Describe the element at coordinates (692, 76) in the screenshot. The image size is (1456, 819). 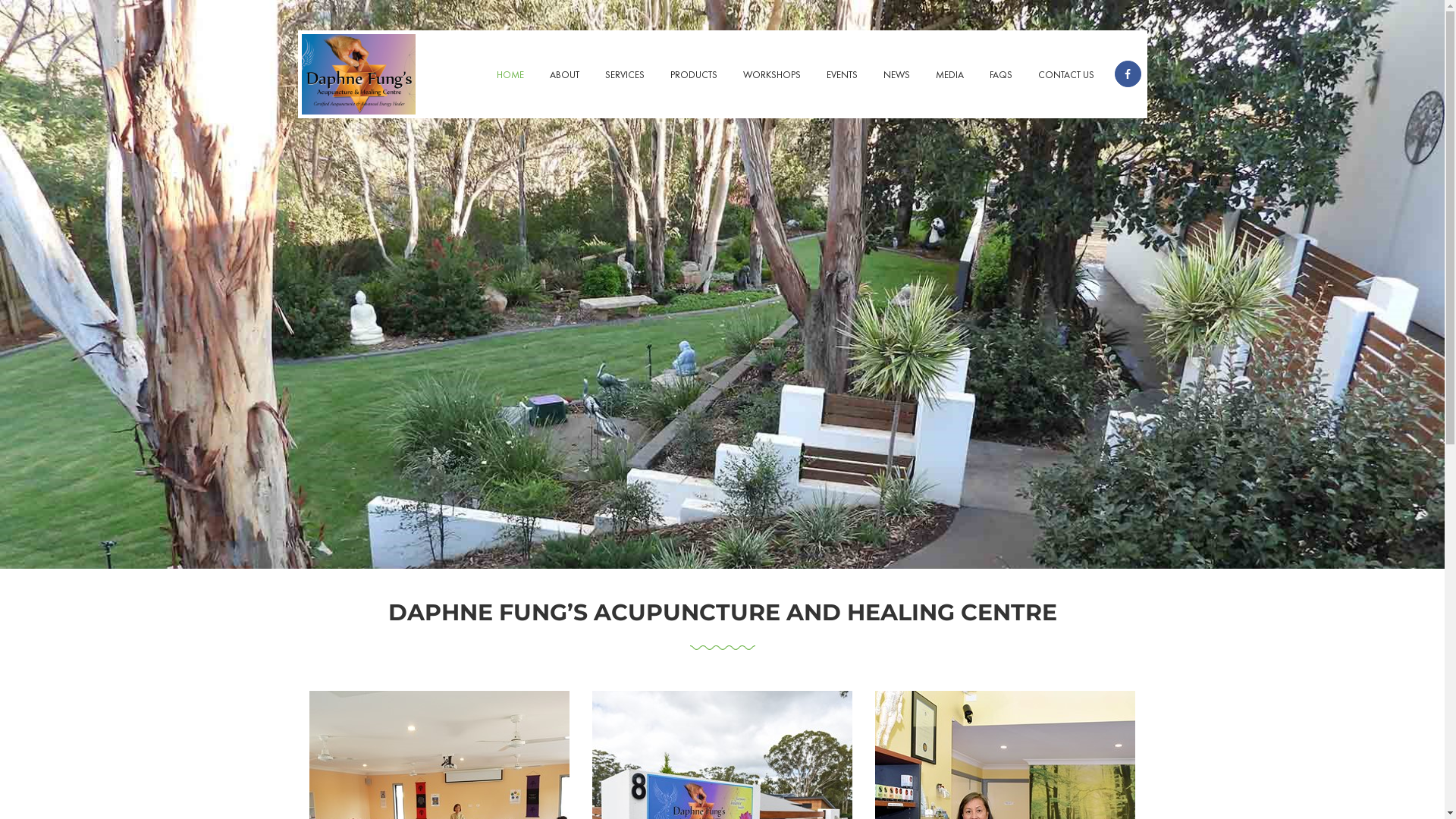
I see `'PRODUCTS'` at that location.